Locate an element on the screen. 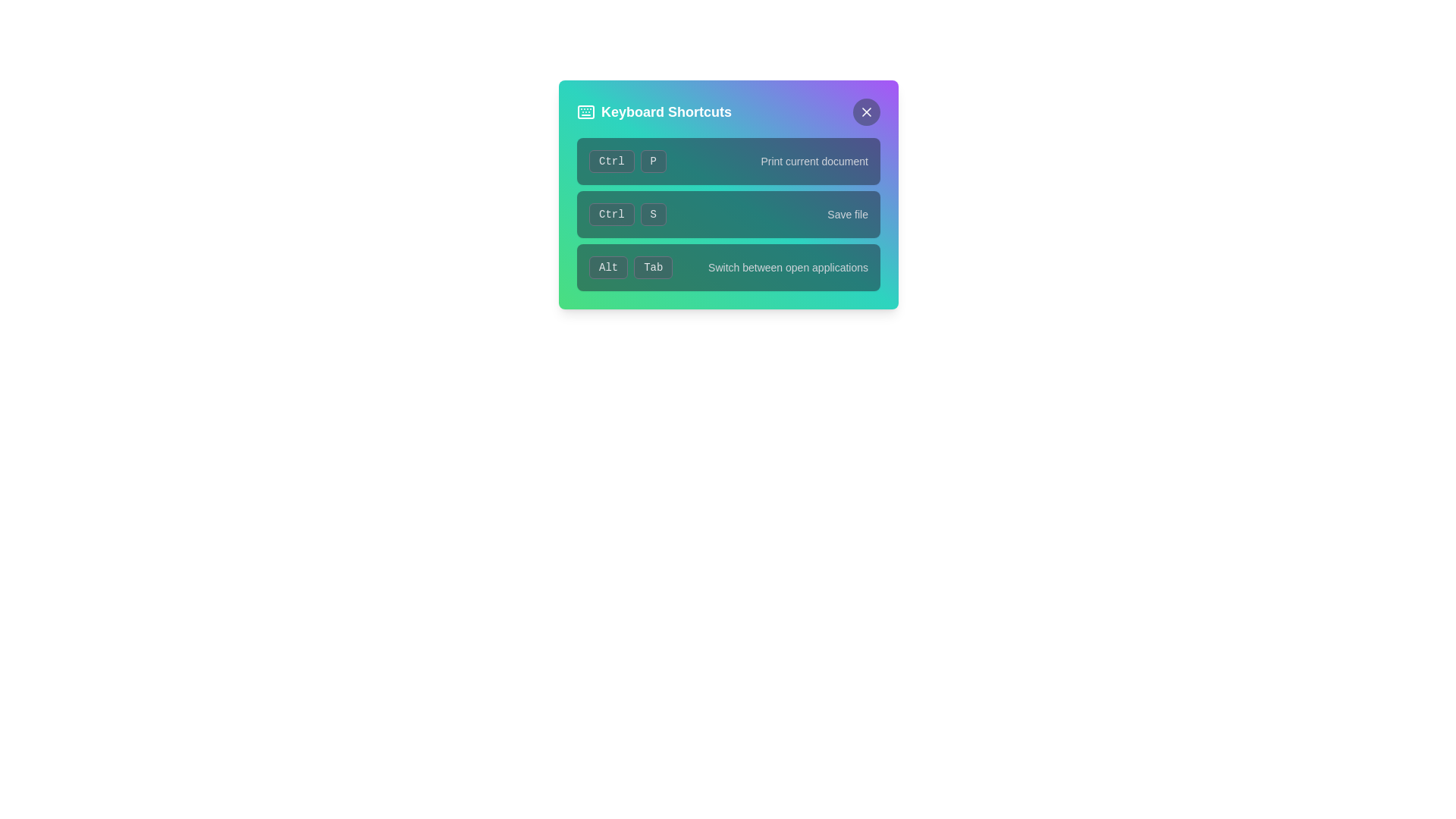  the 'Ctrl' key label in the 'Keyboard Shortcuts' modal, which is positioned as the left element in a pair before the 'P' key label is located at coordinates (611, 161).